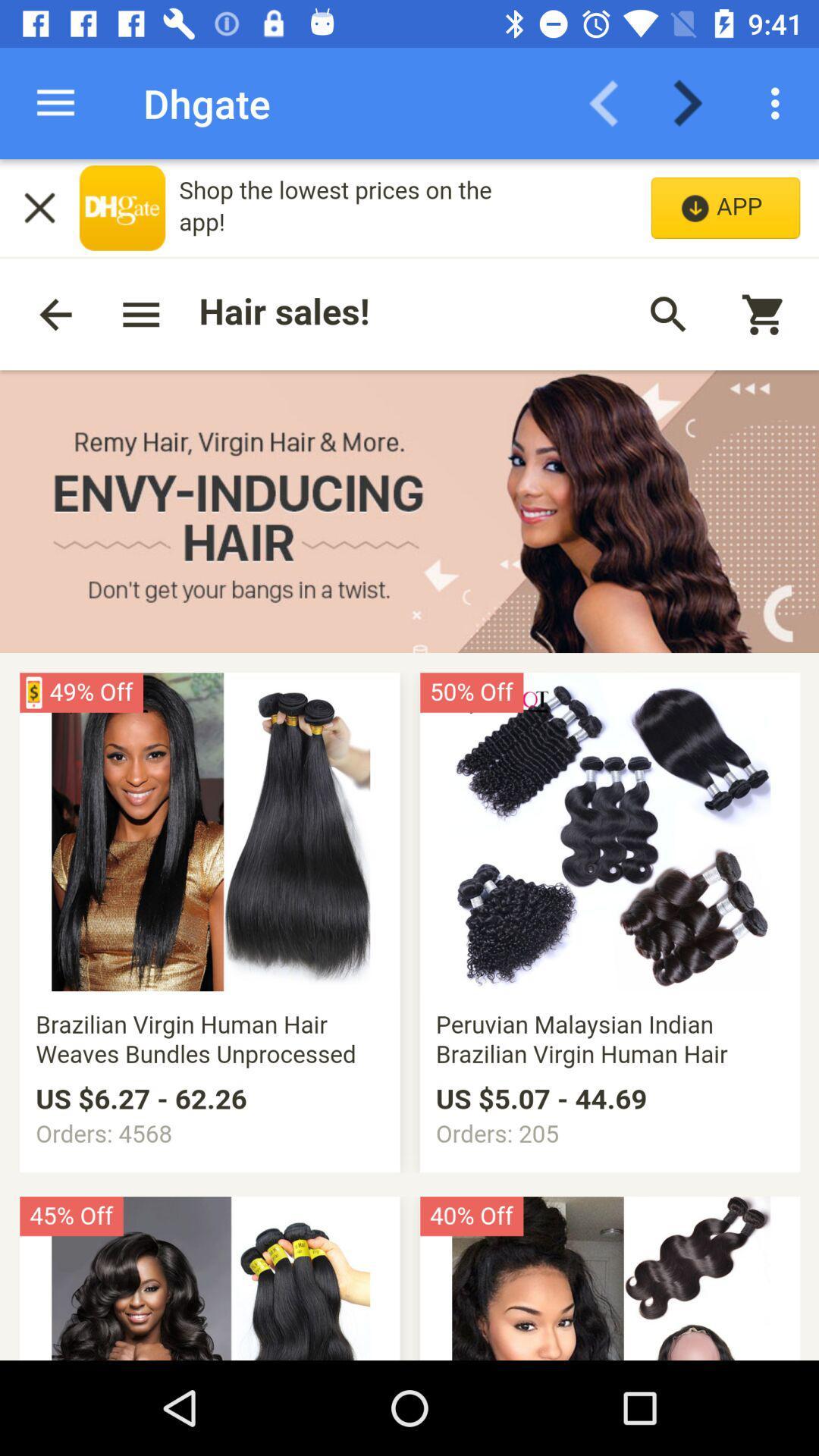  What do you see at coordinates (409, 760) in the screenshot?
I see `review this site` at bounding box center [409, 760].